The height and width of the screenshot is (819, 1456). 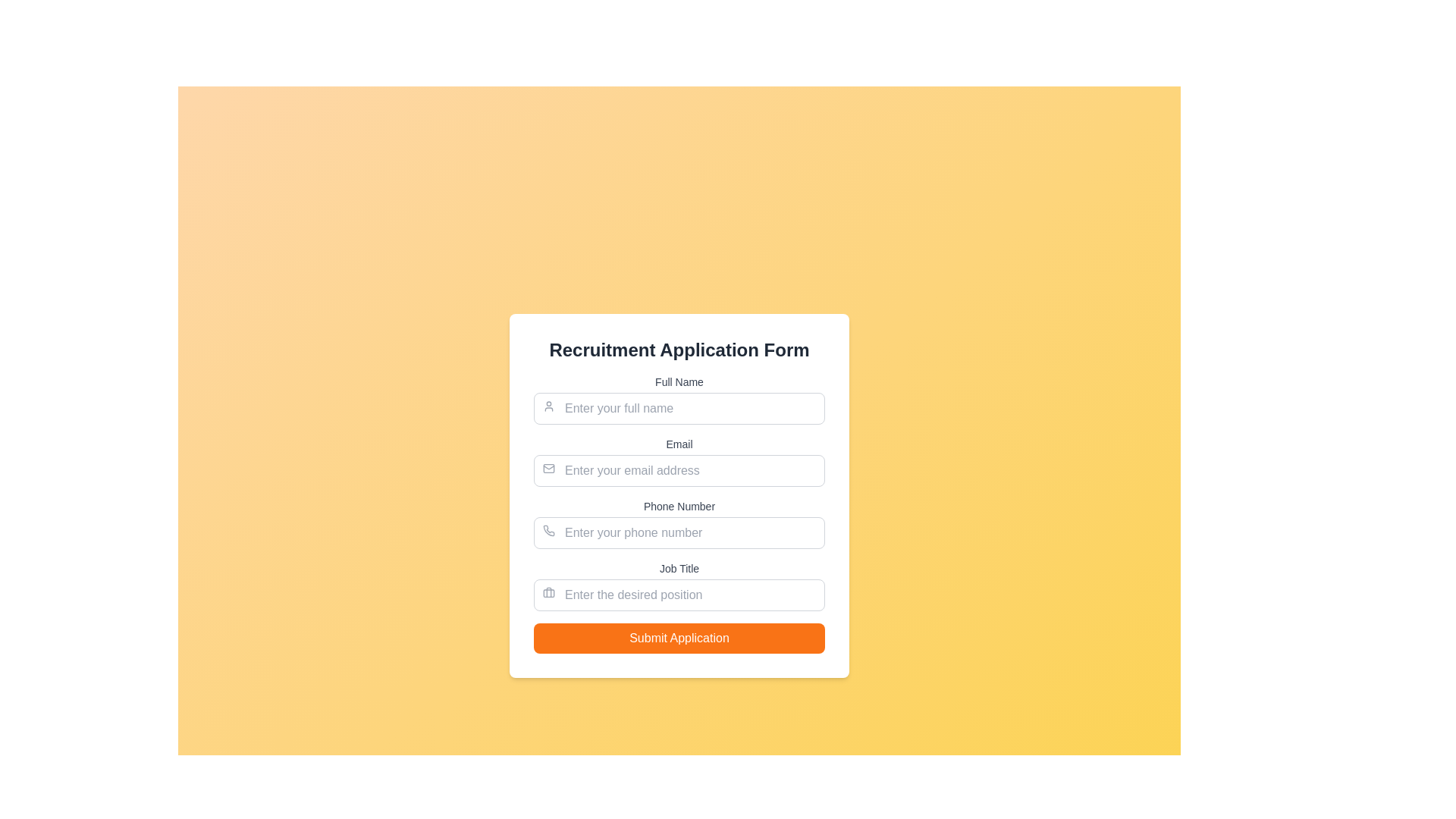 What do you see at coordinates (548, 592) in the screenshot?
I see `the briefcase icon located to the left of the 'Enter the desired position' input field in the 'Job Title' section of the recruitment application form` at bounding box center [548, 592].